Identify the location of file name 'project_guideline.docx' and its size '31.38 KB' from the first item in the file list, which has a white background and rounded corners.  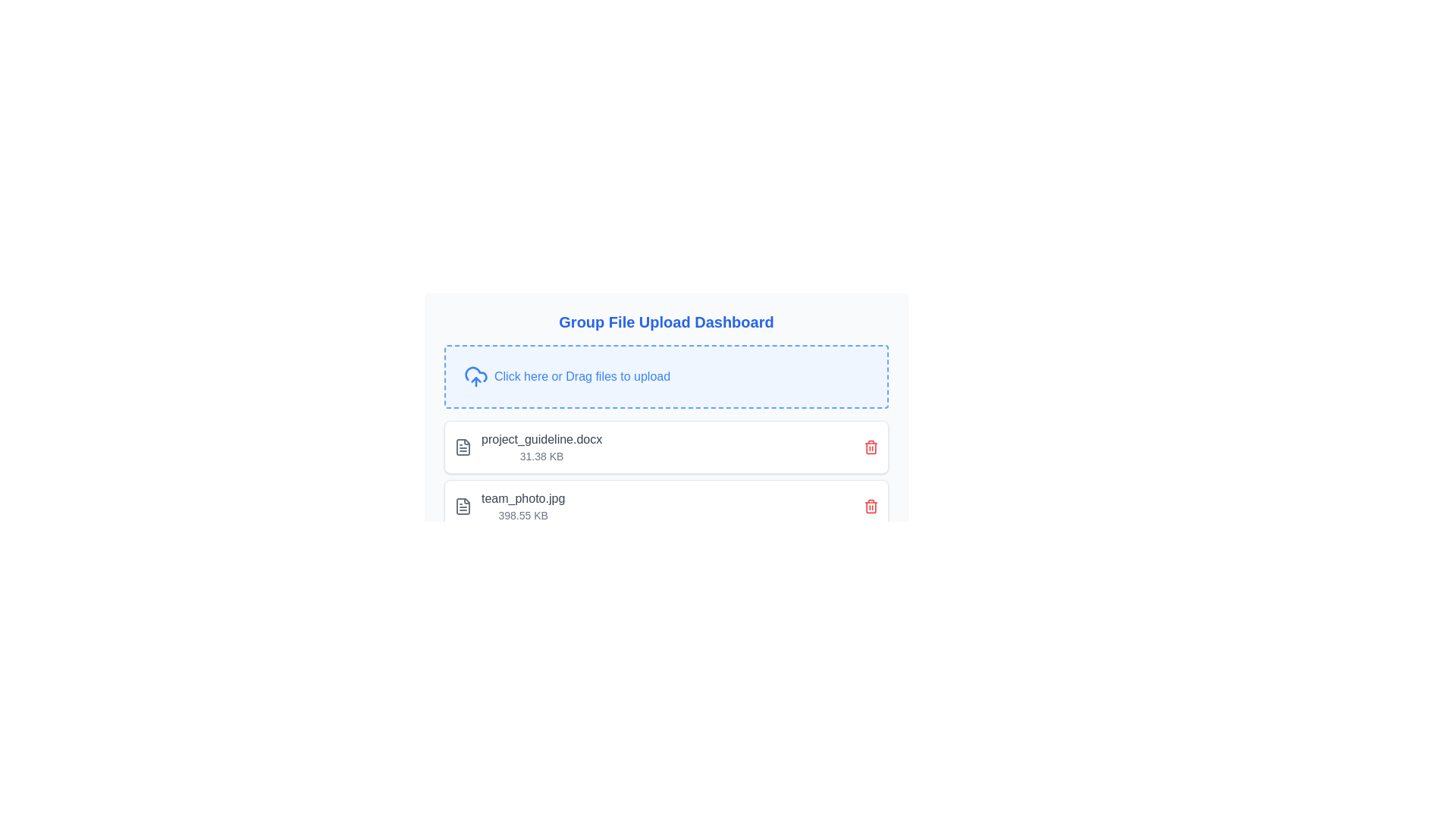
(666, 447).